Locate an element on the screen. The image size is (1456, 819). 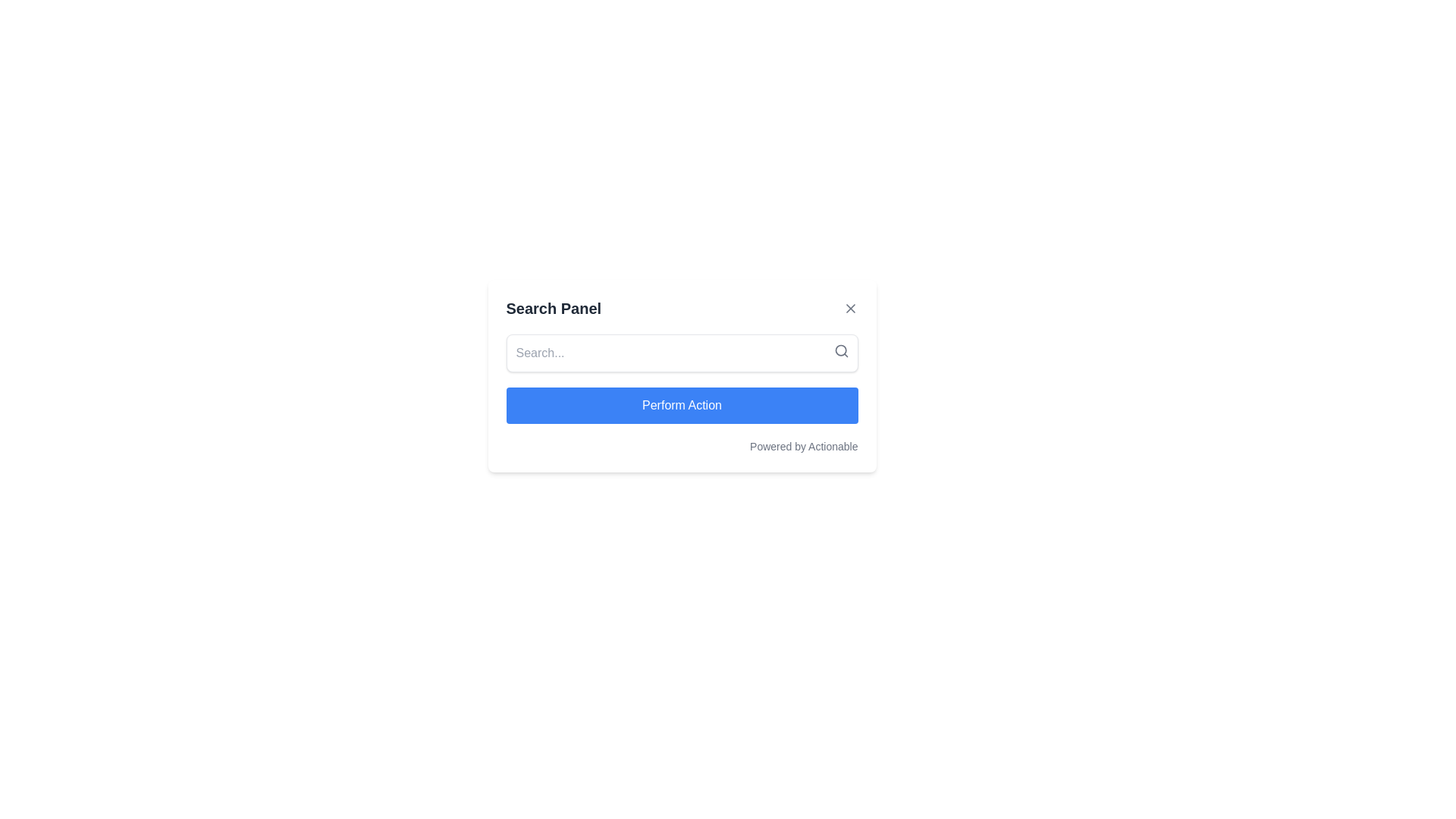
the circular icon within the magnifying glass graphic, which is associated with search functionality, located to the right of the 'Search...' input field is located at coordinates (839, 350).